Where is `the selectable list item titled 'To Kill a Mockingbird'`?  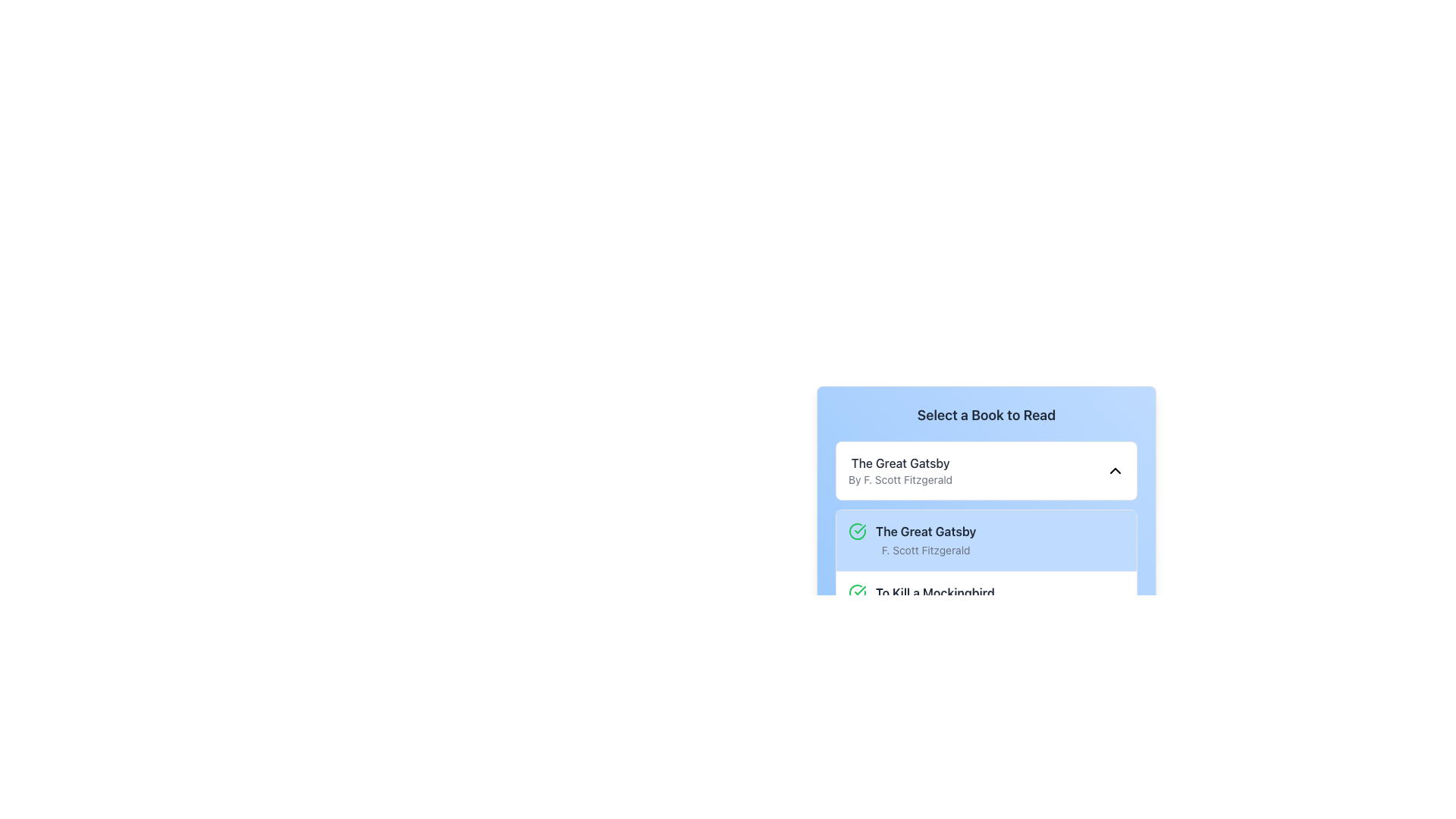 the selectable list item titled 'To Kill a Mockingbird' is located at coordinates (986, 601).